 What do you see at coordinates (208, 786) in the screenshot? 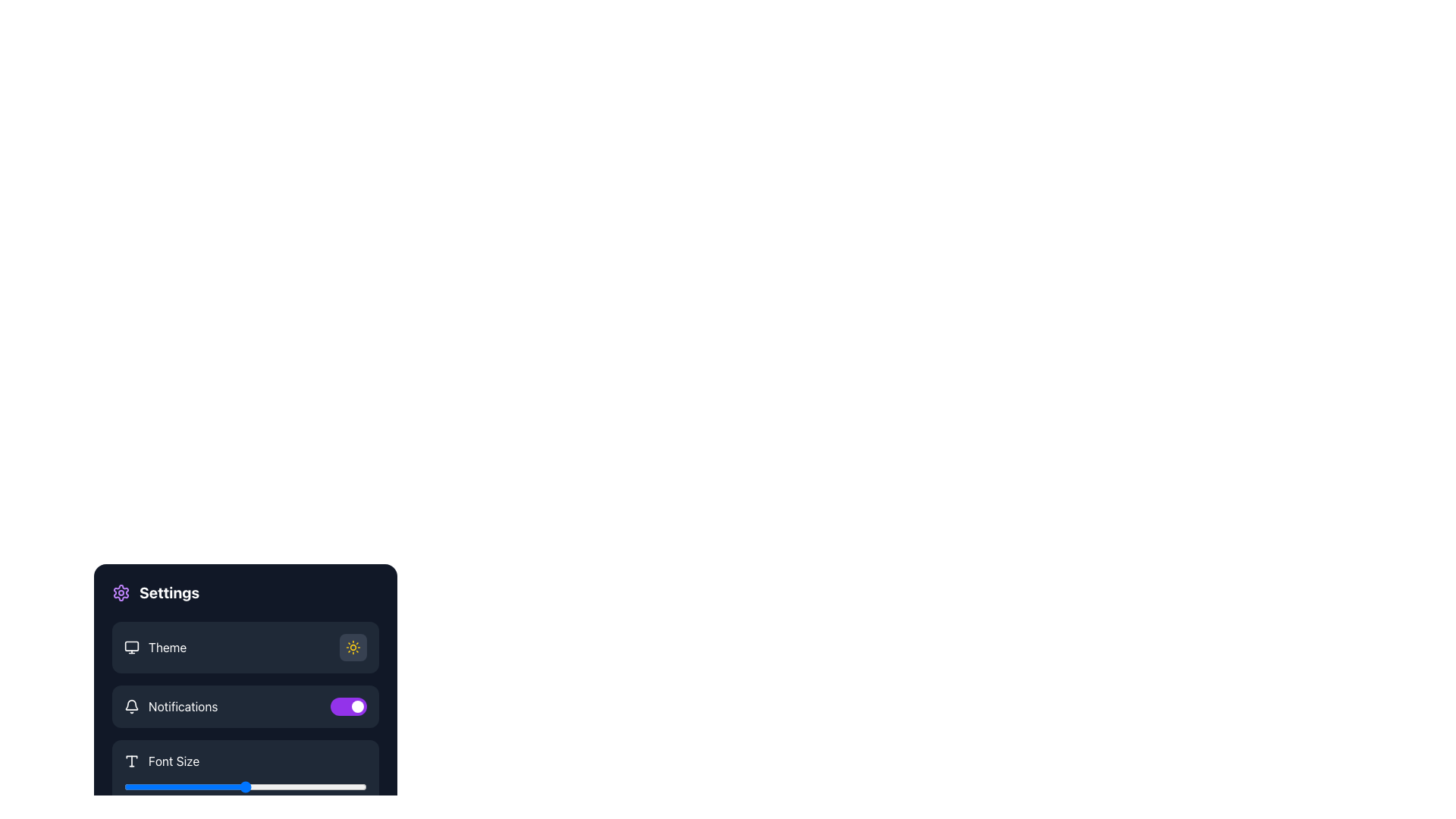
I see `the font size` at bounding box center [208, 786].